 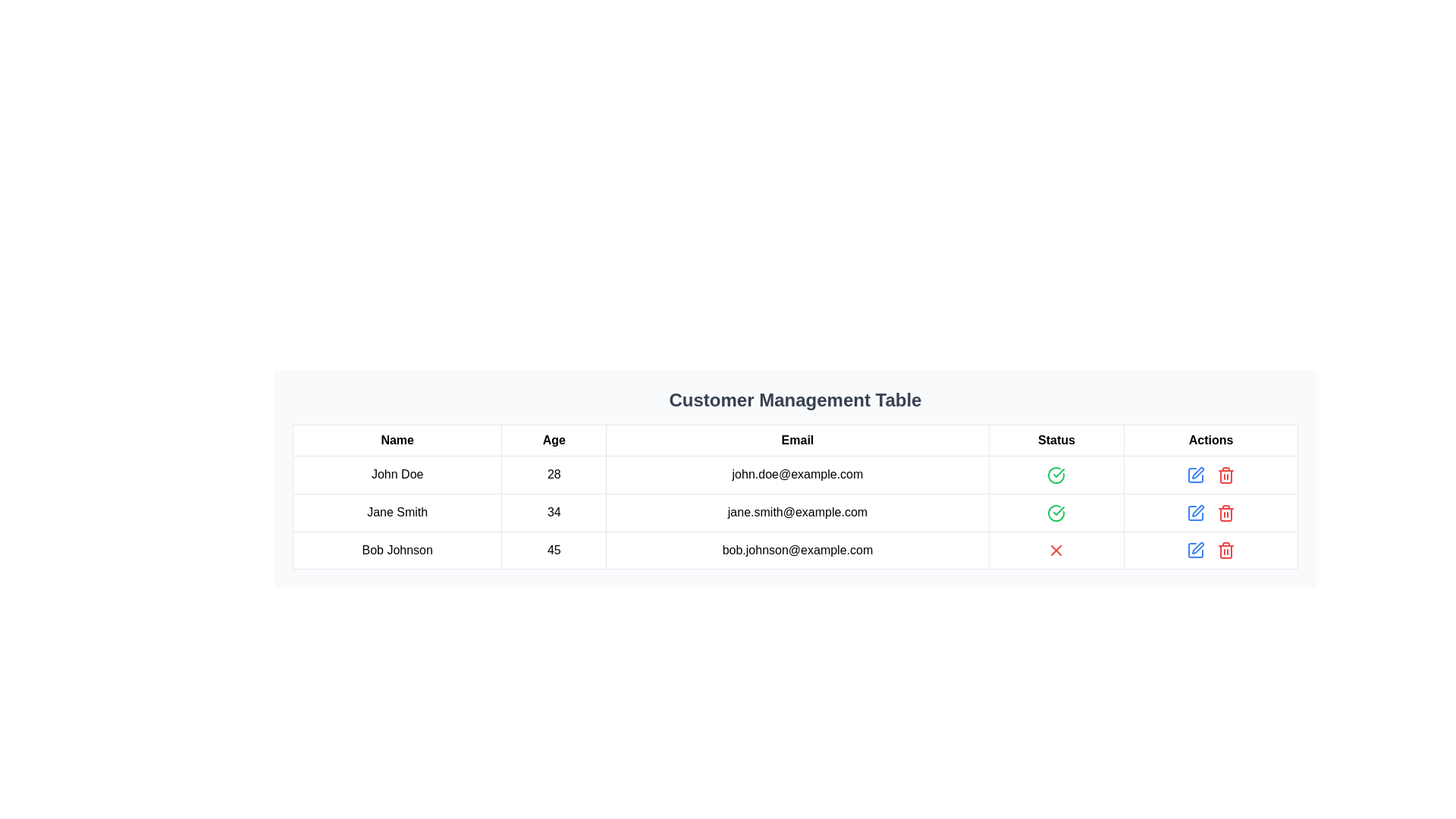 What do you see at coordinates (1195, 550) in the screenshot?
I see `the interactive edit icon button styled as a pen or pencil located in the 'Actions' column of the last row of the table` at bounding box center [1195, 550].